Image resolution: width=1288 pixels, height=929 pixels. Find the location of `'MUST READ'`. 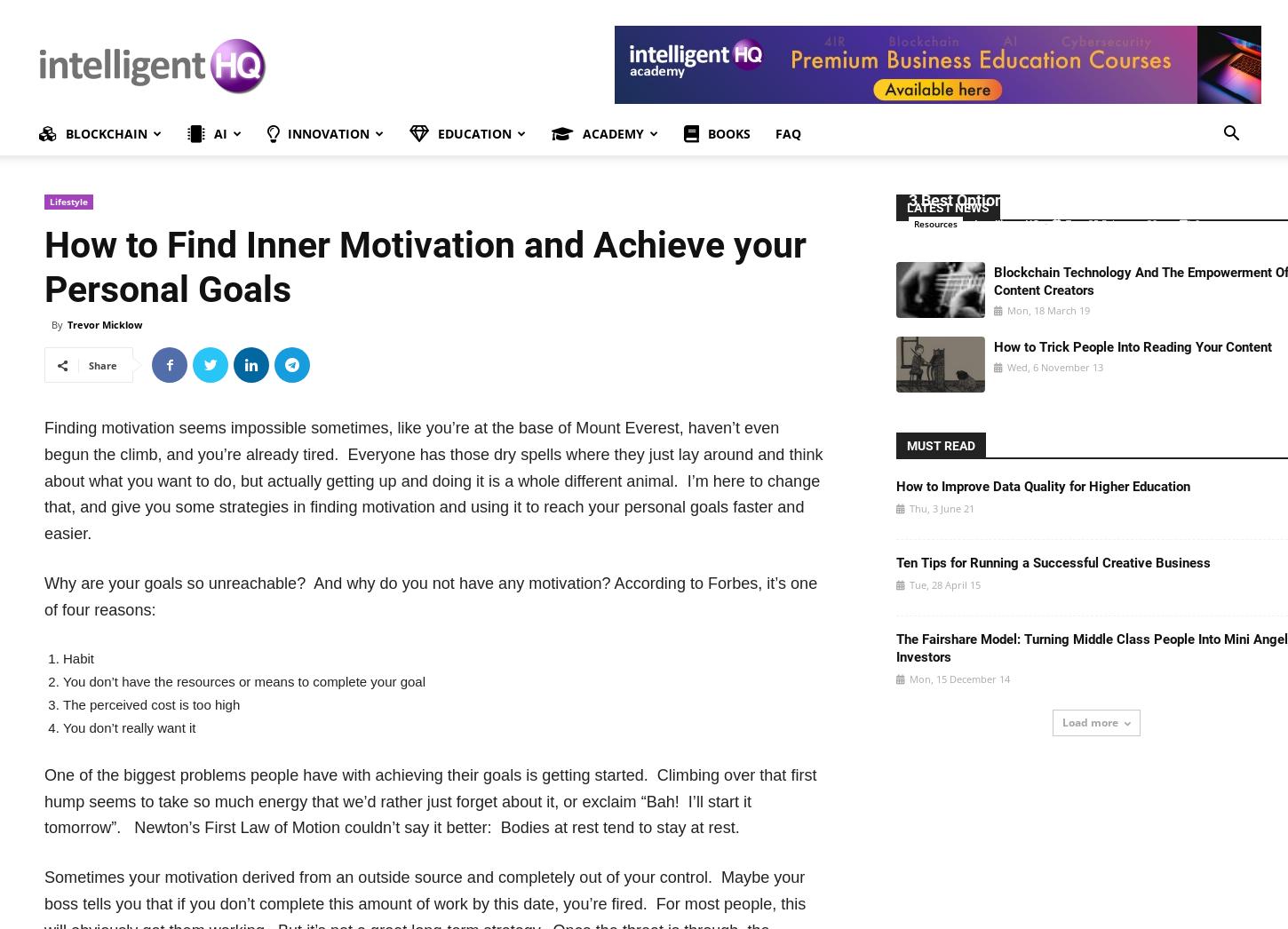

'MUST READ' is located at coordinates (905, 445).